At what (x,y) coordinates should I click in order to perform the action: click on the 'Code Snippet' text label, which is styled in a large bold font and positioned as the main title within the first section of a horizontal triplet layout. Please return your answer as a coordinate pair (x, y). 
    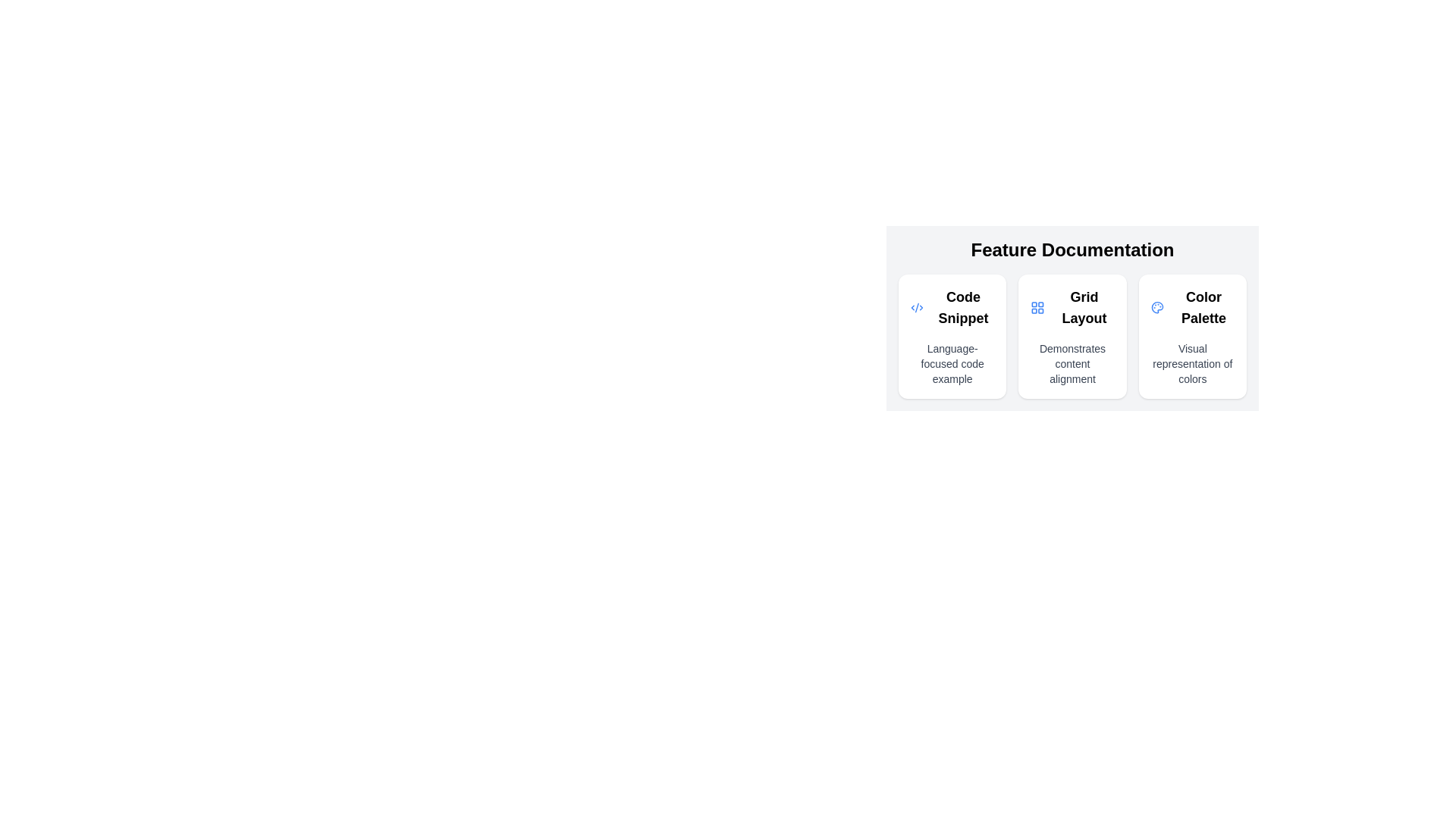
    Looking at the image, I should click on (962, 307).